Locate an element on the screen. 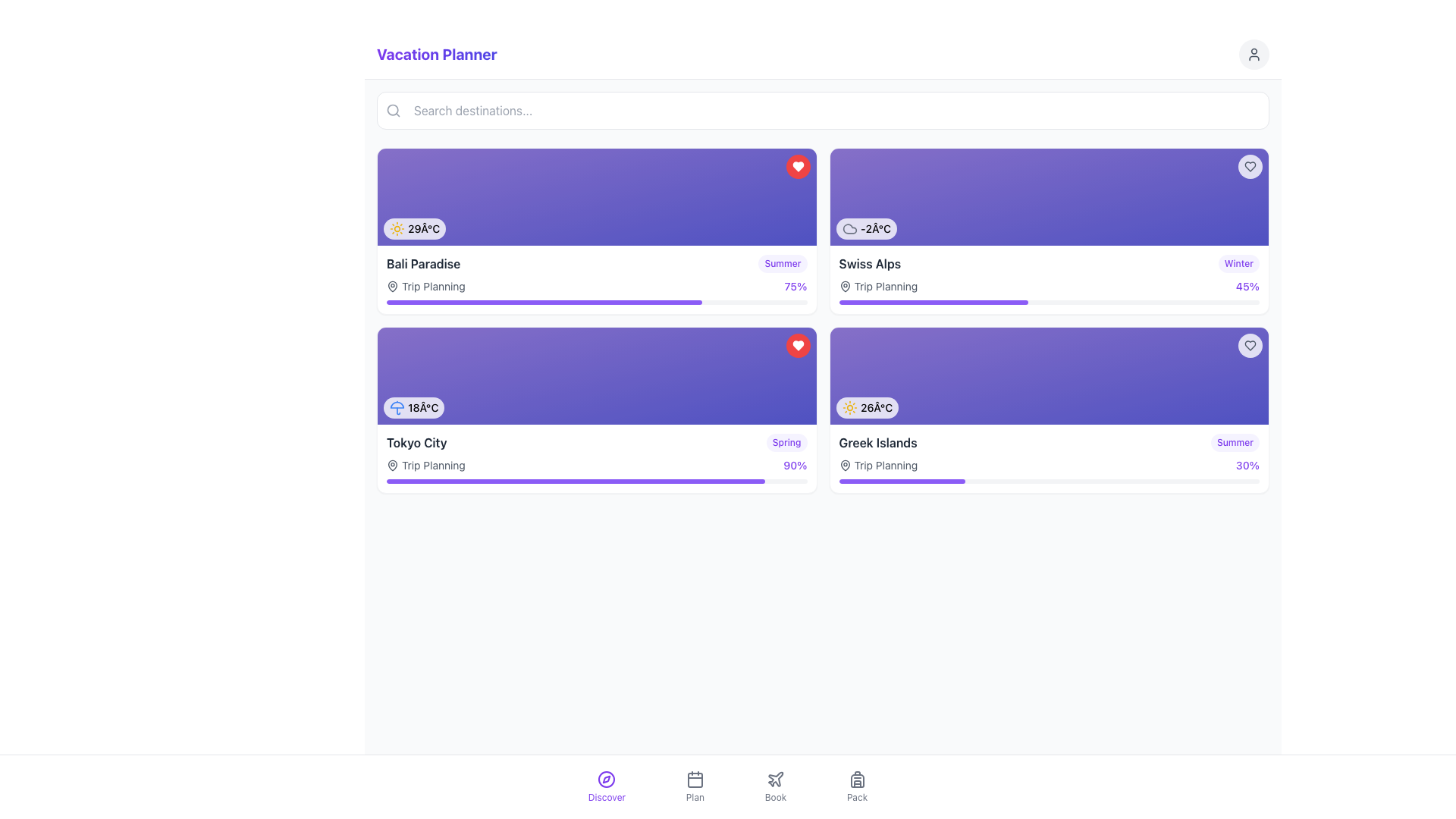 The width and height of the screenshot is (1456, 819). the search icon located at the left edge of the input search box beneath the 'Vacation Planner' title is located at coordinates (393, 110).